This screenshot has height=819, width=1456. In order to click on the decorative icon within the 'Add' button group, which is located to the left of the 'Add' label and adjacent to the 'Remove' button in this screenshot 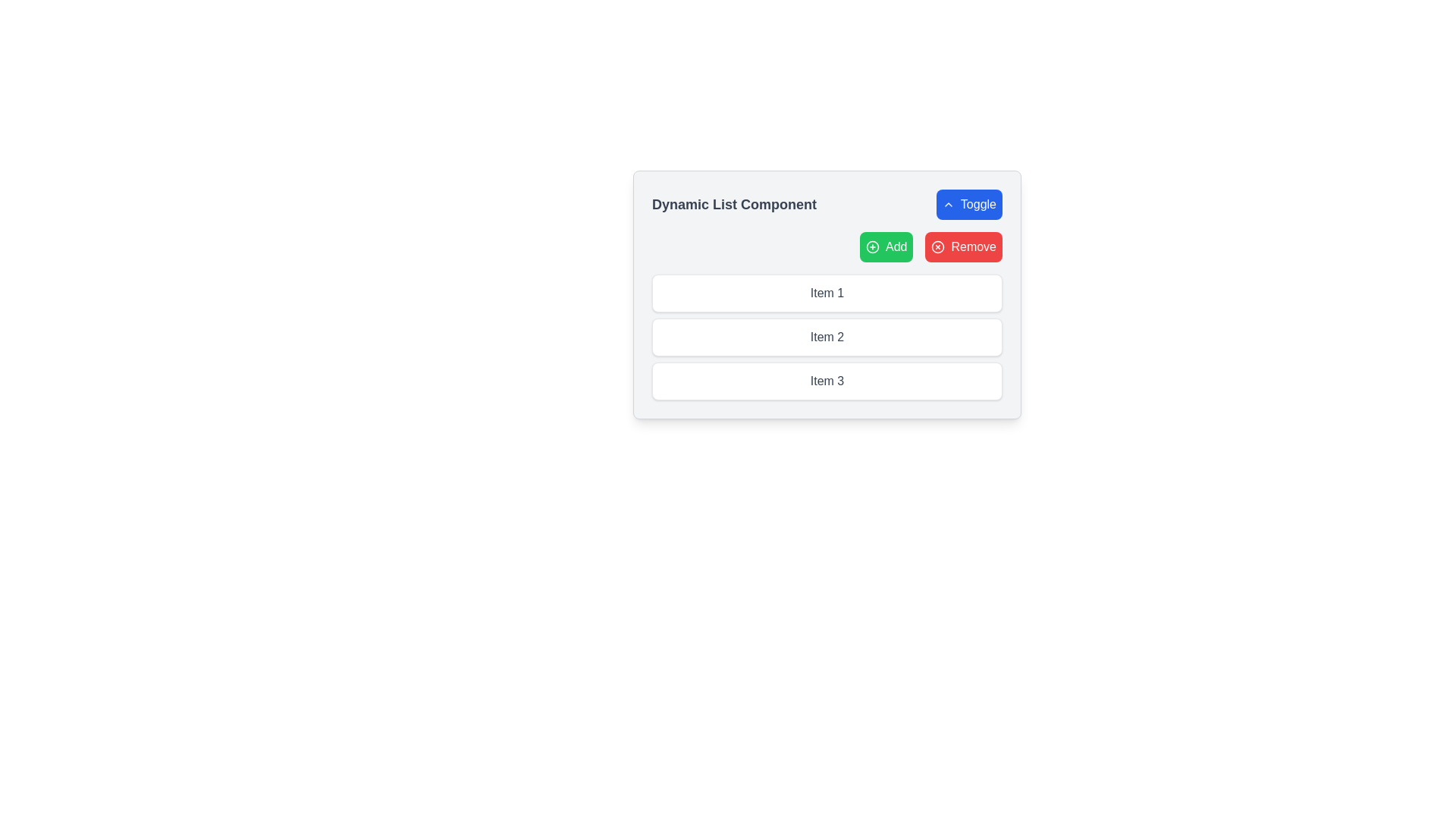, I will do `click(873, 246)`.